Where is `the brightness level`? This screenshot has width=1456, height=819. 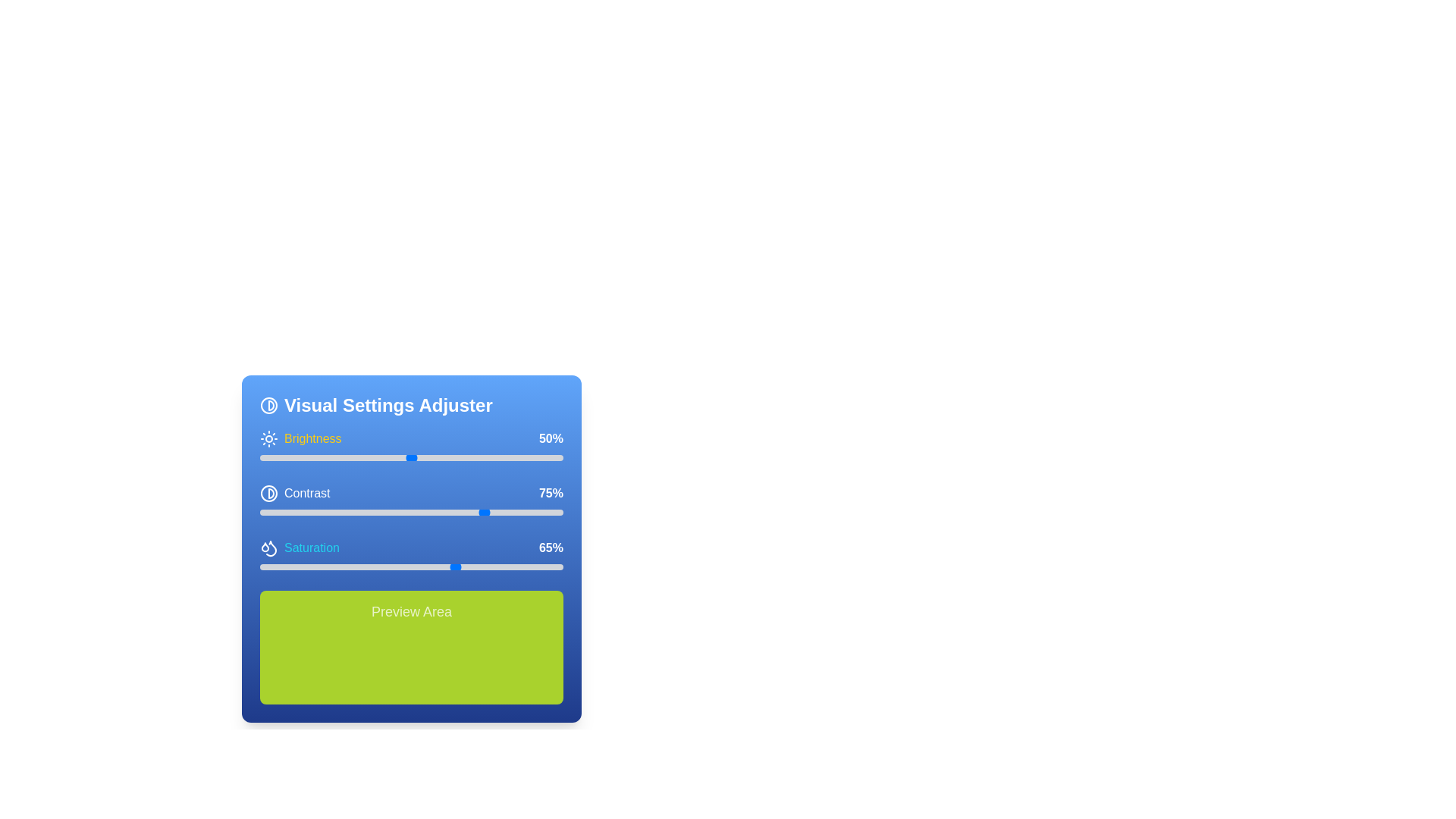
the brightness level is located at coordinates (284, 457).